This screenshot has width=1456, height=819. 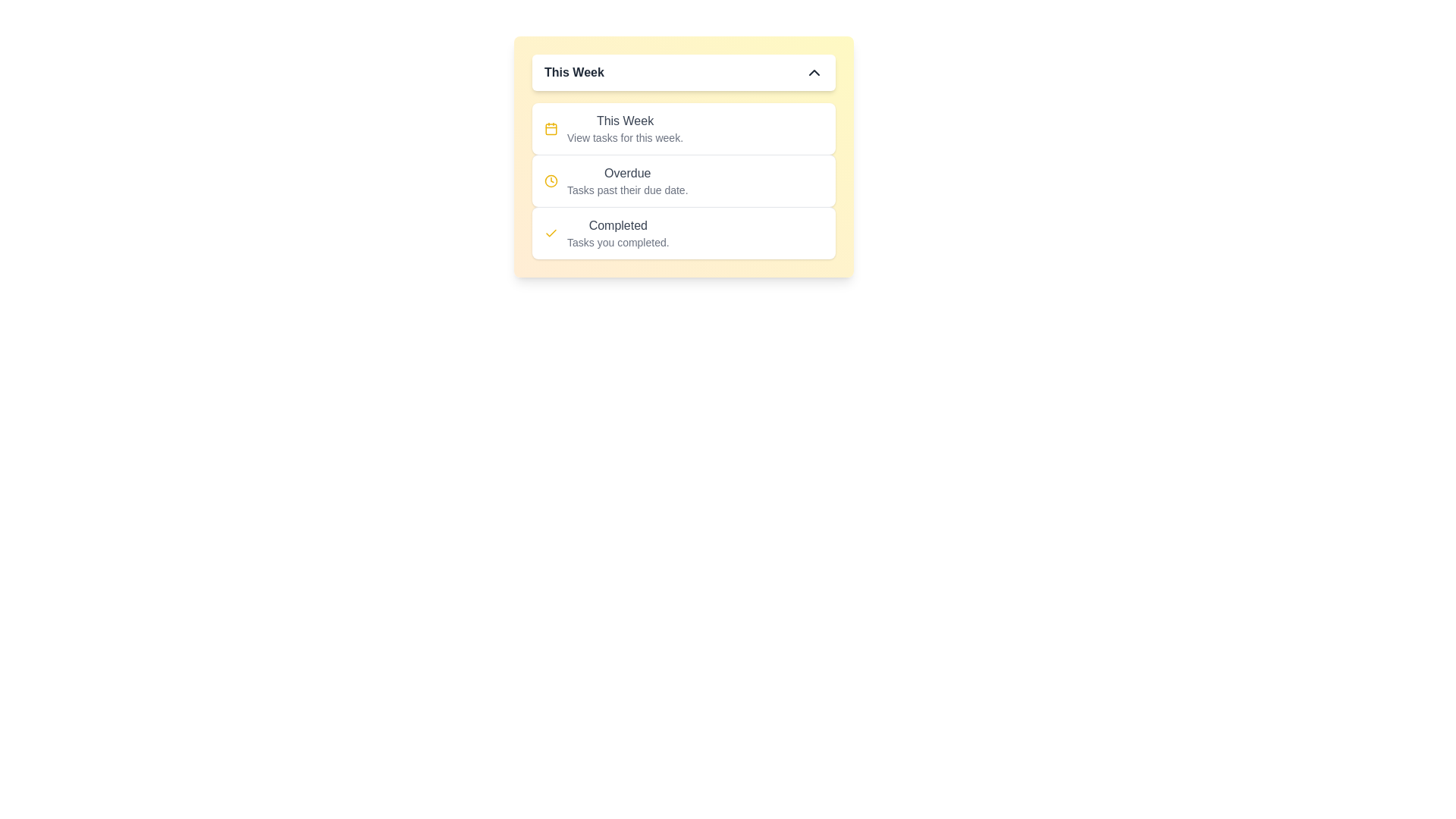 I want to click on the task category Completed to view its description, so click(x=618, y=225).